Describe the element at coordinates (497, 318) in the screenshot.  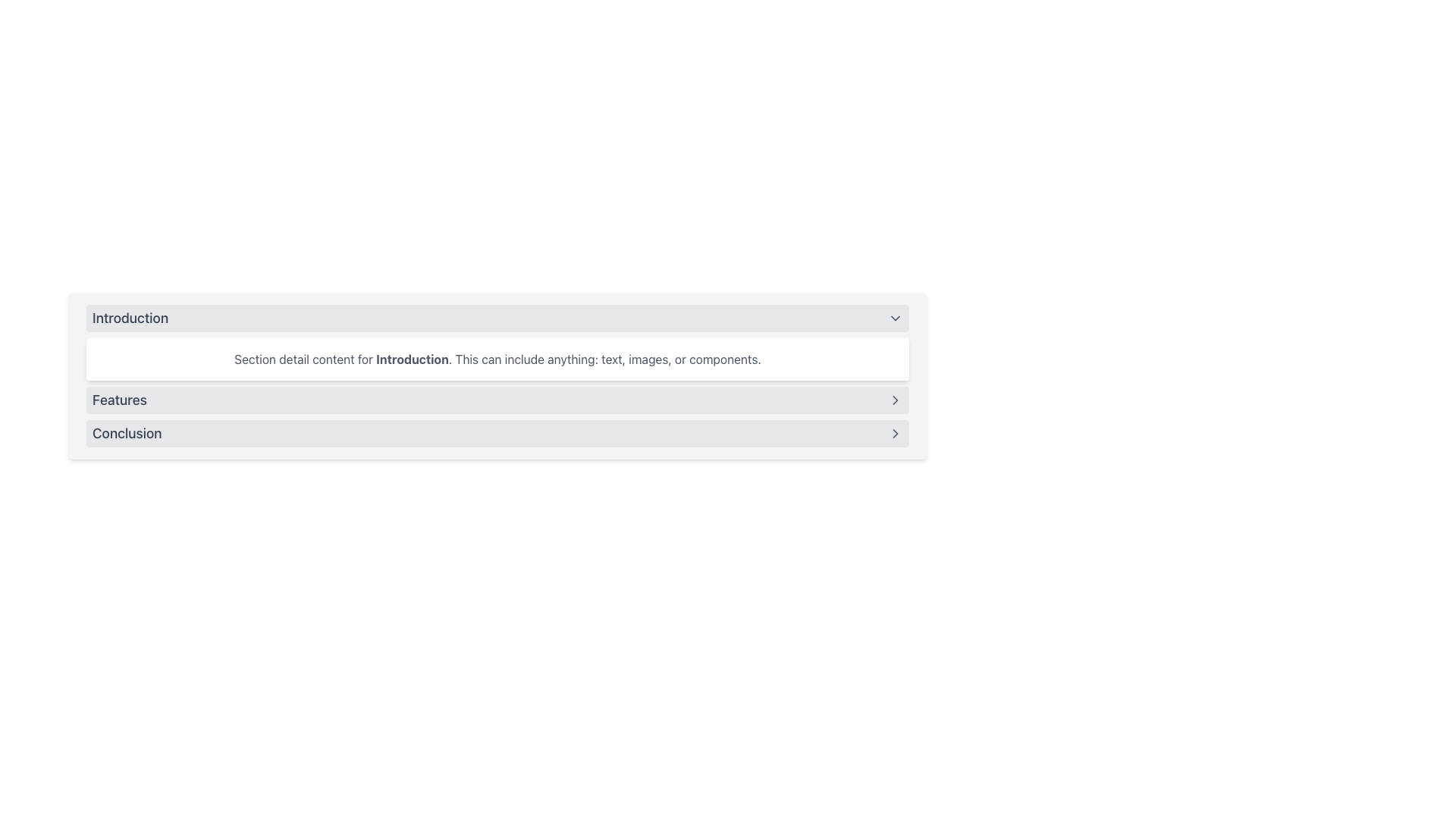
I see `the Accordion Header element labeled 'Introduction' for accessibility interaction` at that location.